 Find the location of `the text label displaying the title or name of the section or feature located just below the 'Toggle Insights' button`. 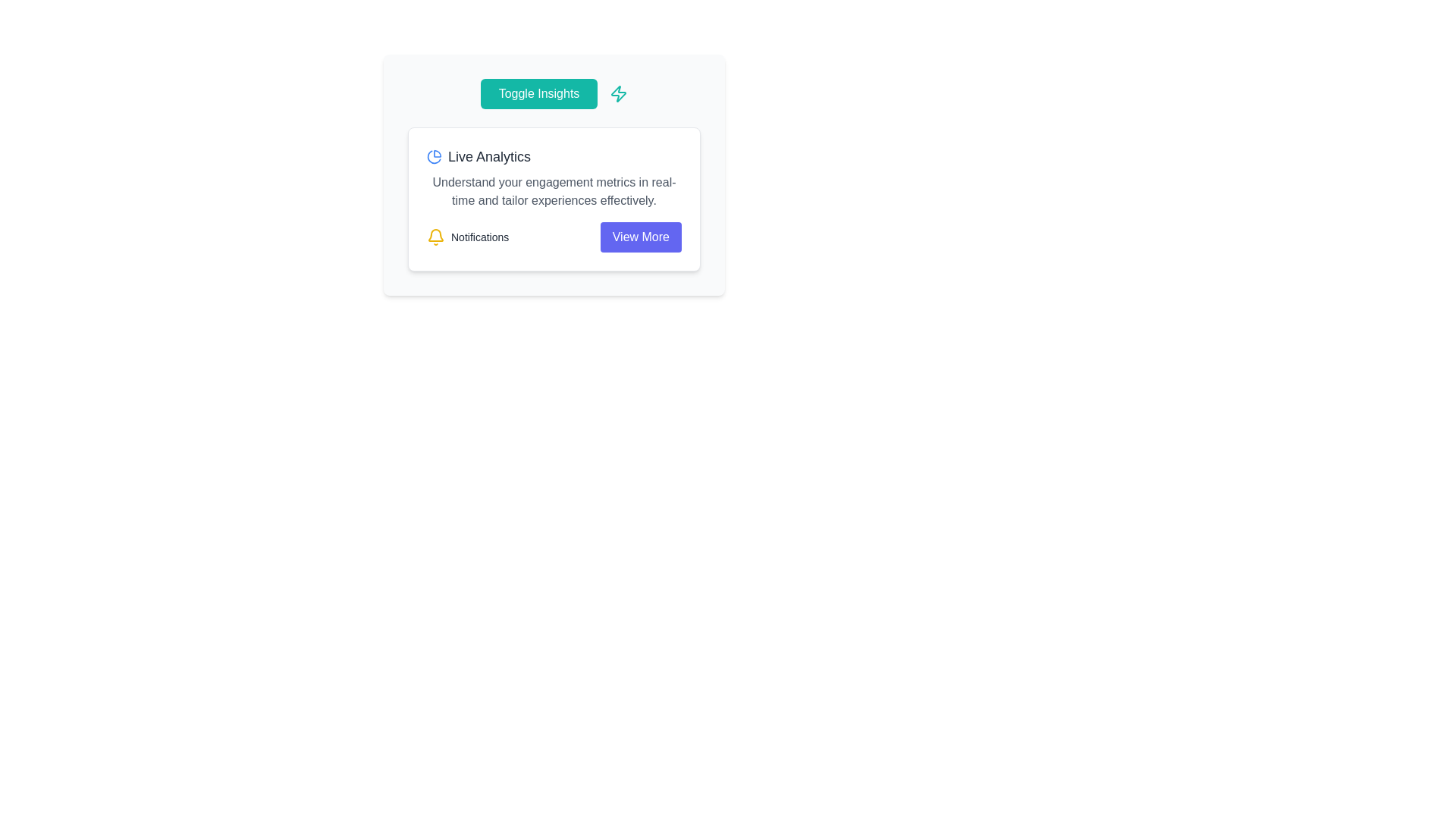

the text label displaying the title or name of the section or feature located just below the 'Toggle Insights' button is located at coordinates (489, 157).